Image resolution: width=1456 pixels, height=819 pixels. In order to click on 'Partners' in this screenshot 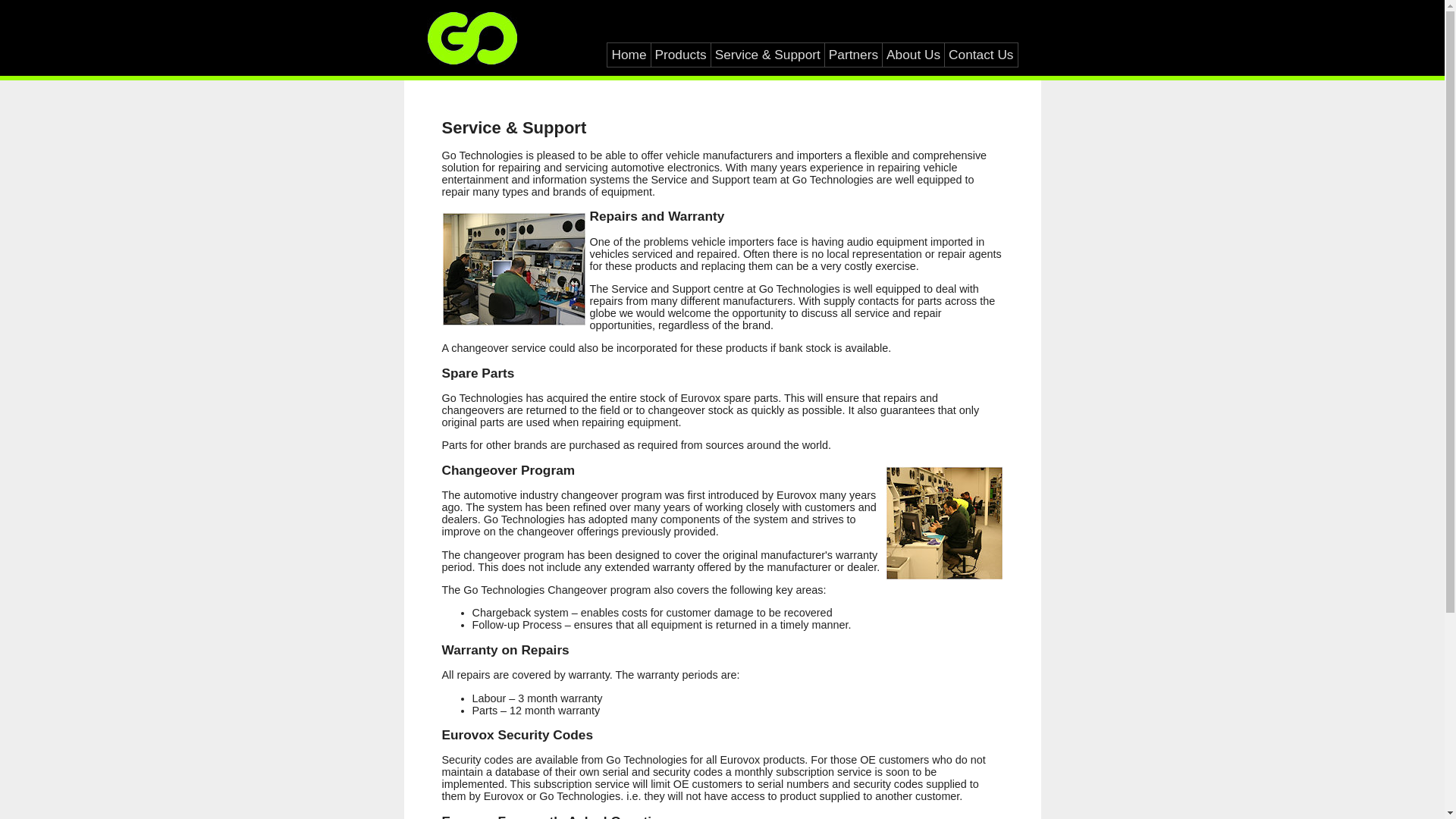, I will do `click(853, 54)`.